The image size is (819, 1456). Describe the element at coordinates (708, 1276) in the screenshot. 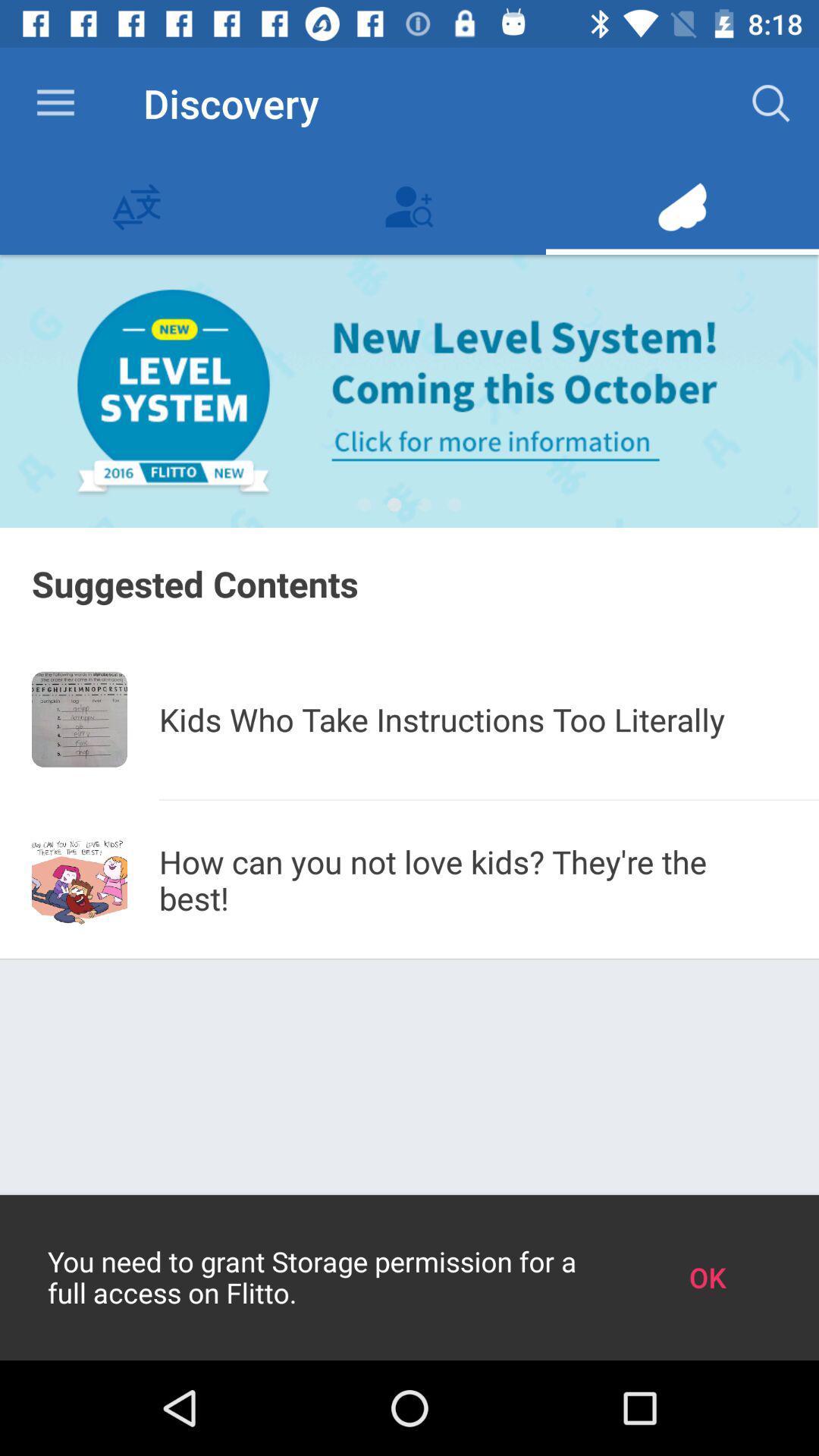

I see `the icon to the right of you need to` at that location.